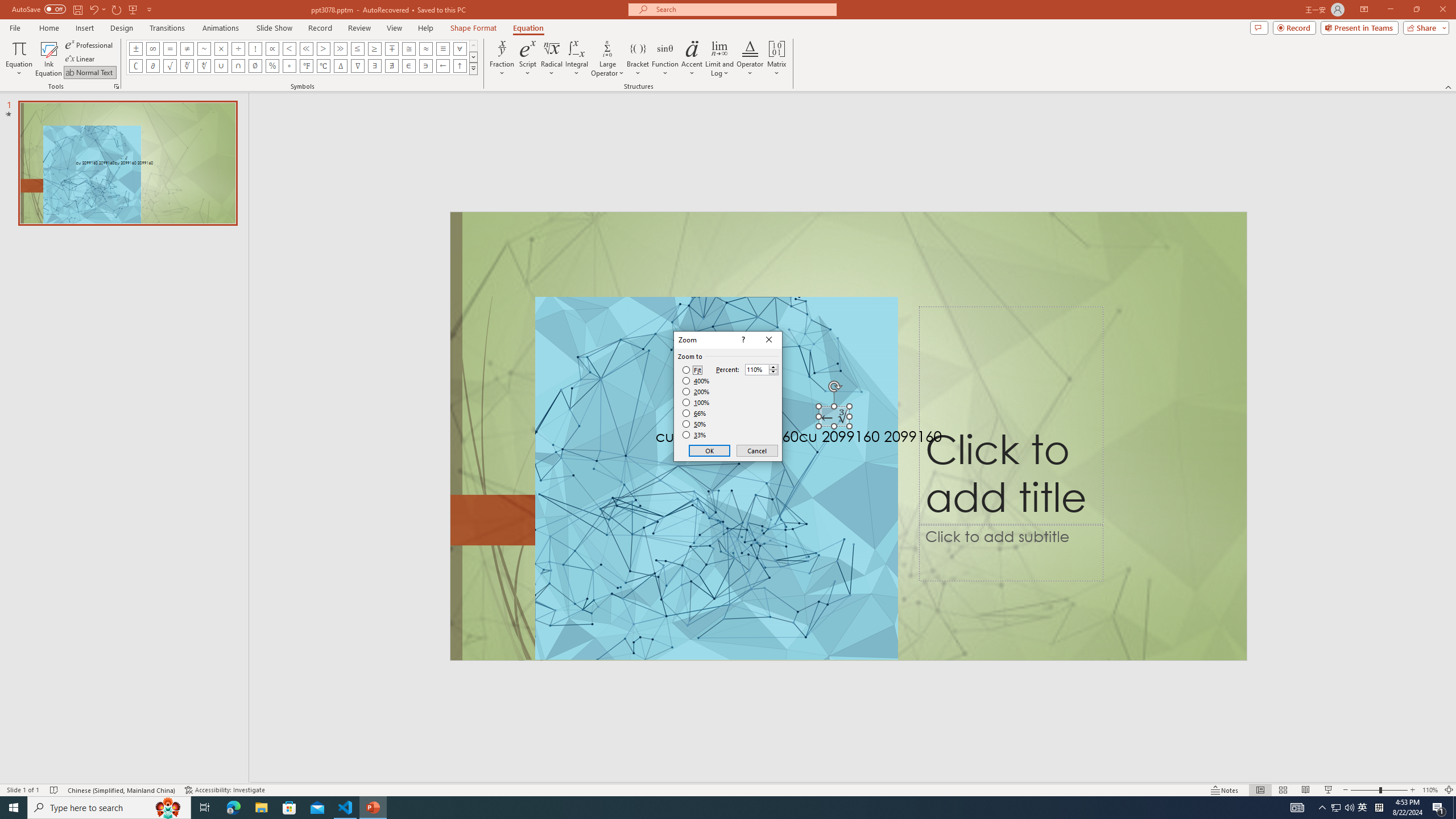 The image size is (1456, 819). I want to click on 'Equation Symbol Up Arrow', so click(459, 65).